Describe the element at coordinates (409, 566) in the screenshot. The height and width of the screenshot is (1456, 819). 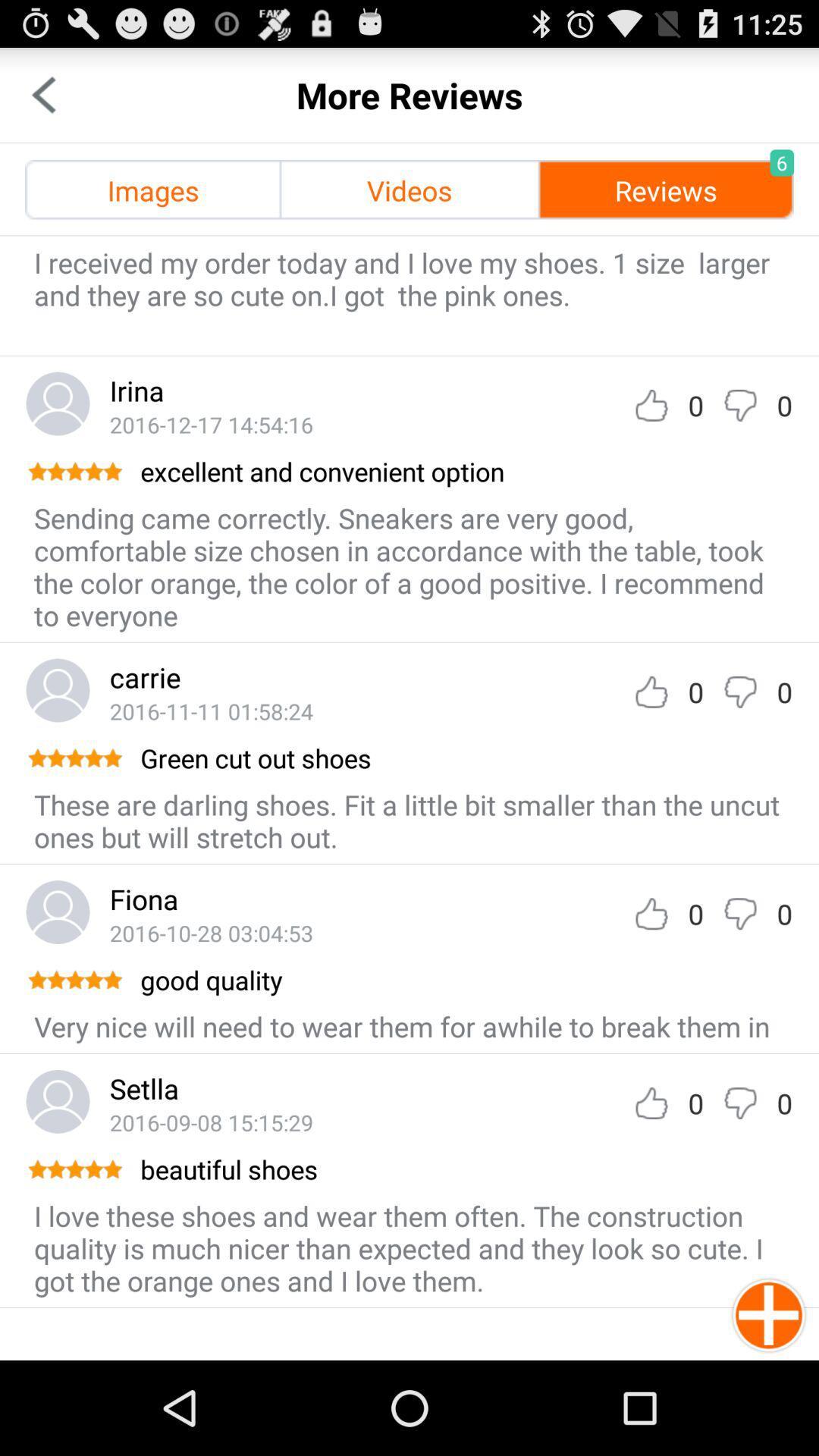
I see `the icon below the excellent and convenient item` at that location.